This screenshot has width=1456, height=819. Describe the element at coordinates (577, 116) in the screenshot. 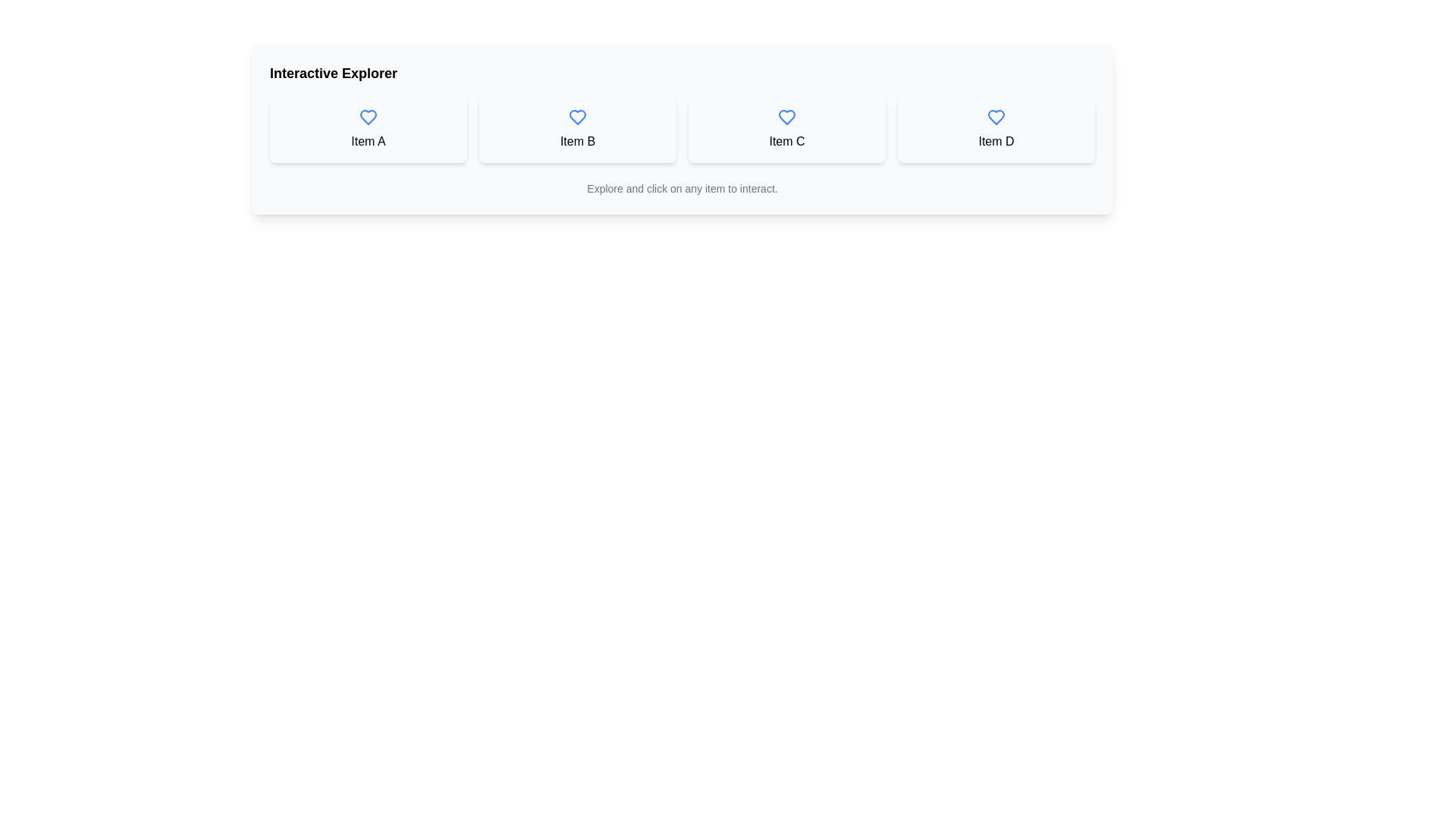

I see `the heart icon within the blue-shaded outline on the card labeled 'Item B', which is the second card from the left` at that location.